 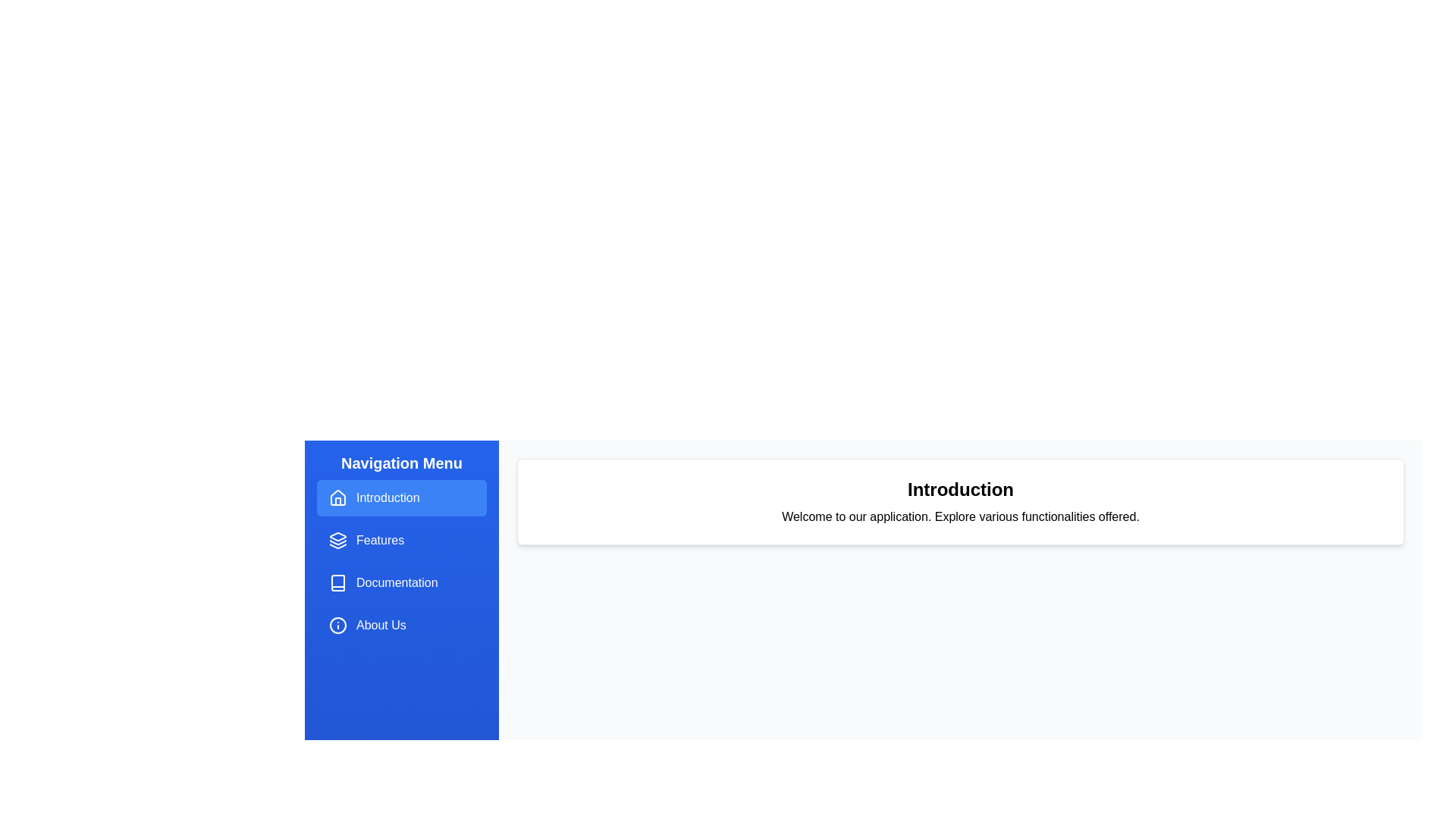 I want to click on the navigational button located in the left-hand side menu, which is the second item below 'Introduction' and above 'Documentation', so click(x=401, y=540).